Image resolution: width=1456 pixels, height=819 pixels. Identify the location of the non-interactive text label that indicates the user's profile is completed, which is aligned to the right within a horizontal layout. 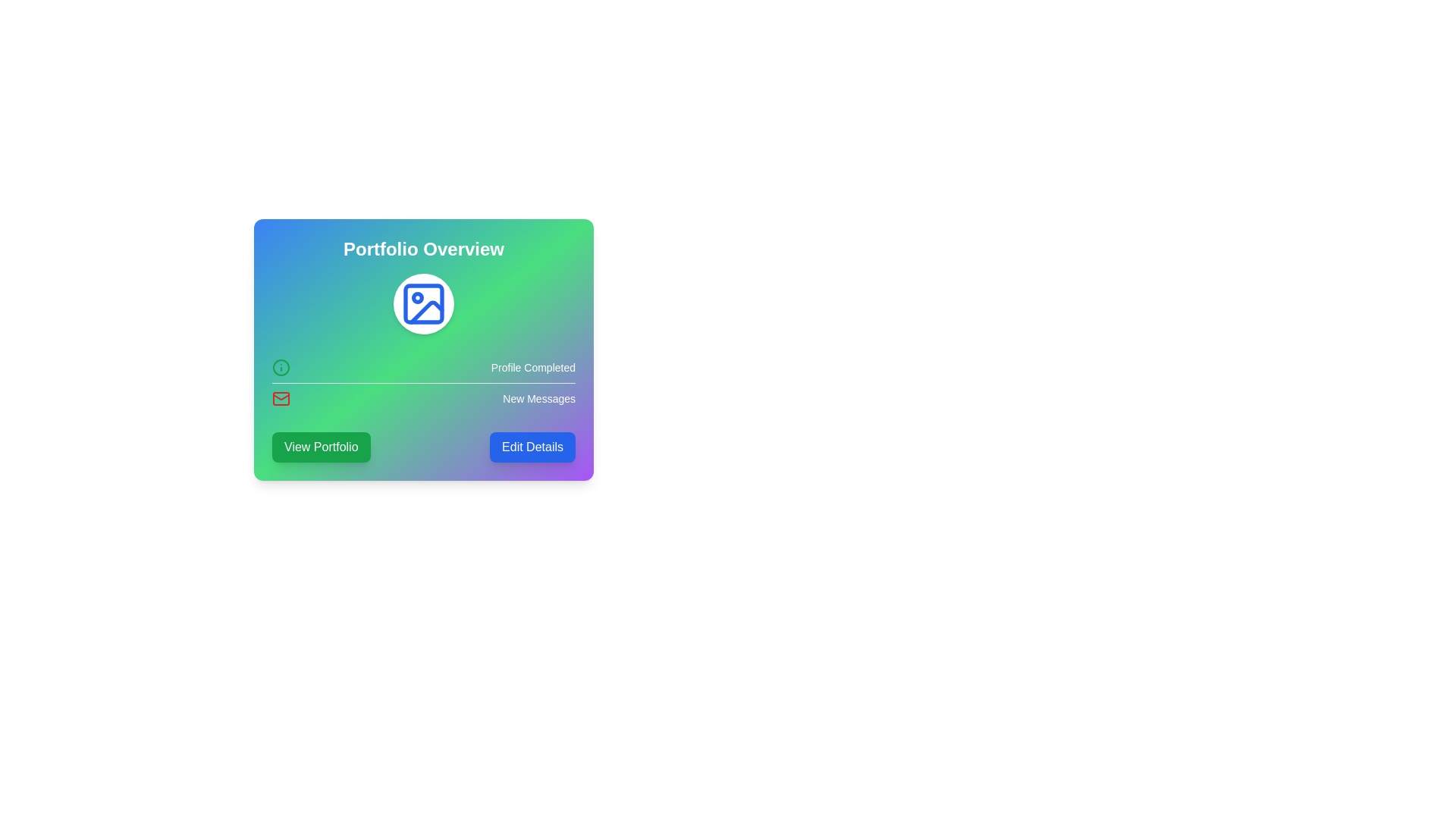
(533, 368).